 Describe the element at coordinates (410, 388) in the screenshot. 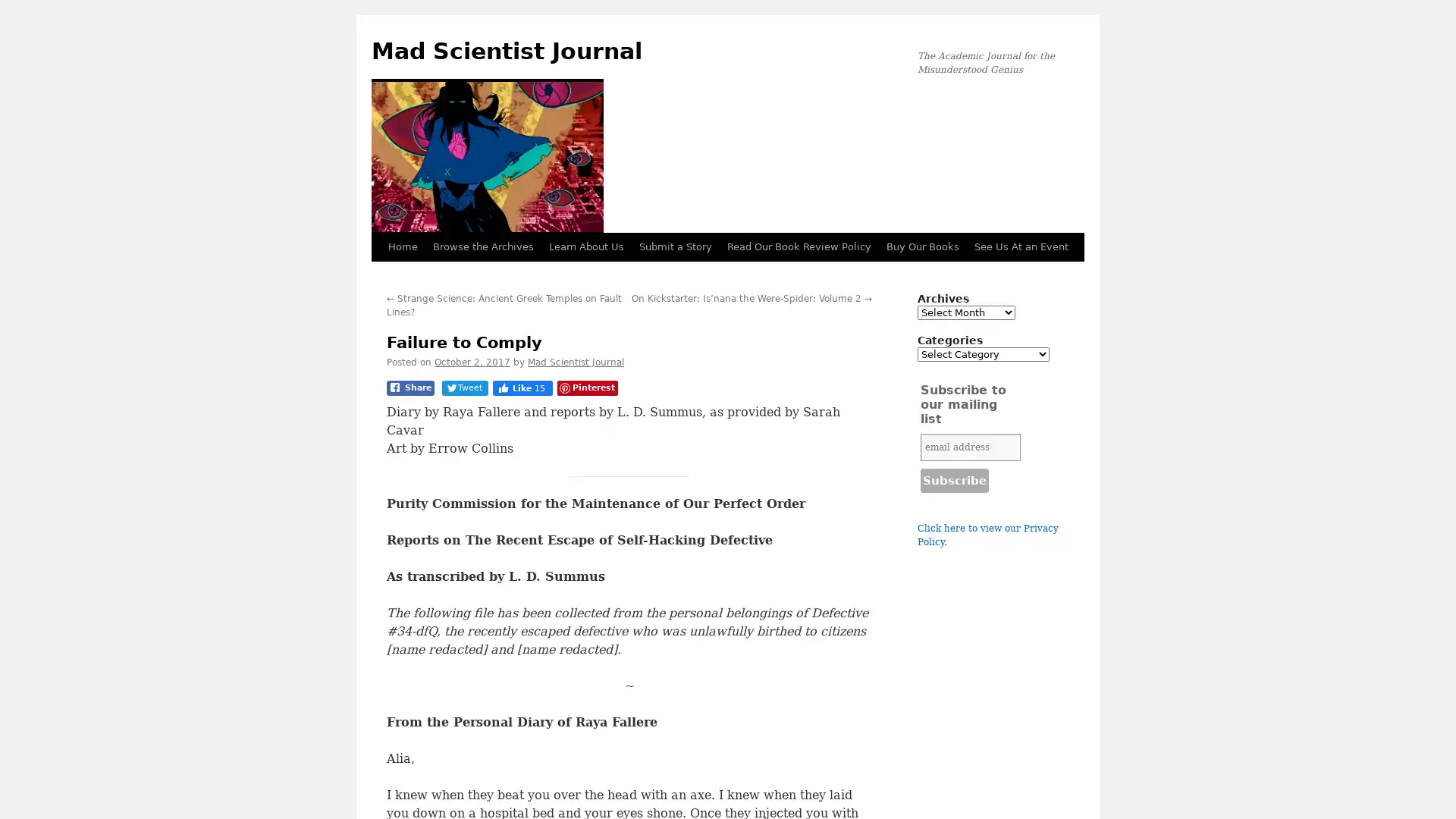

I see `Share` at that location.